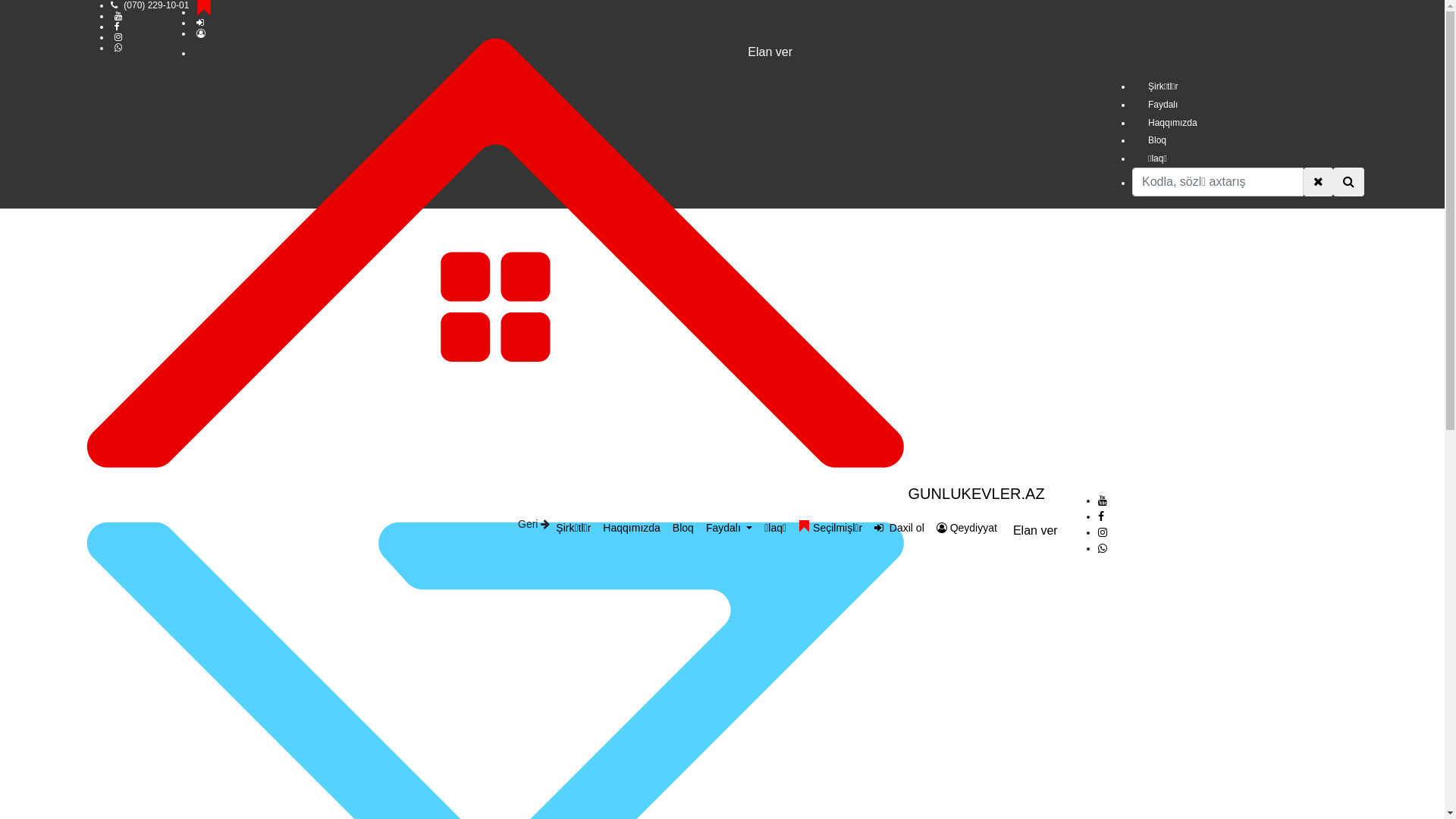  Describe the element at coordinates (1100, 516) in the screenshot. I see `'Facebook'` at that location.